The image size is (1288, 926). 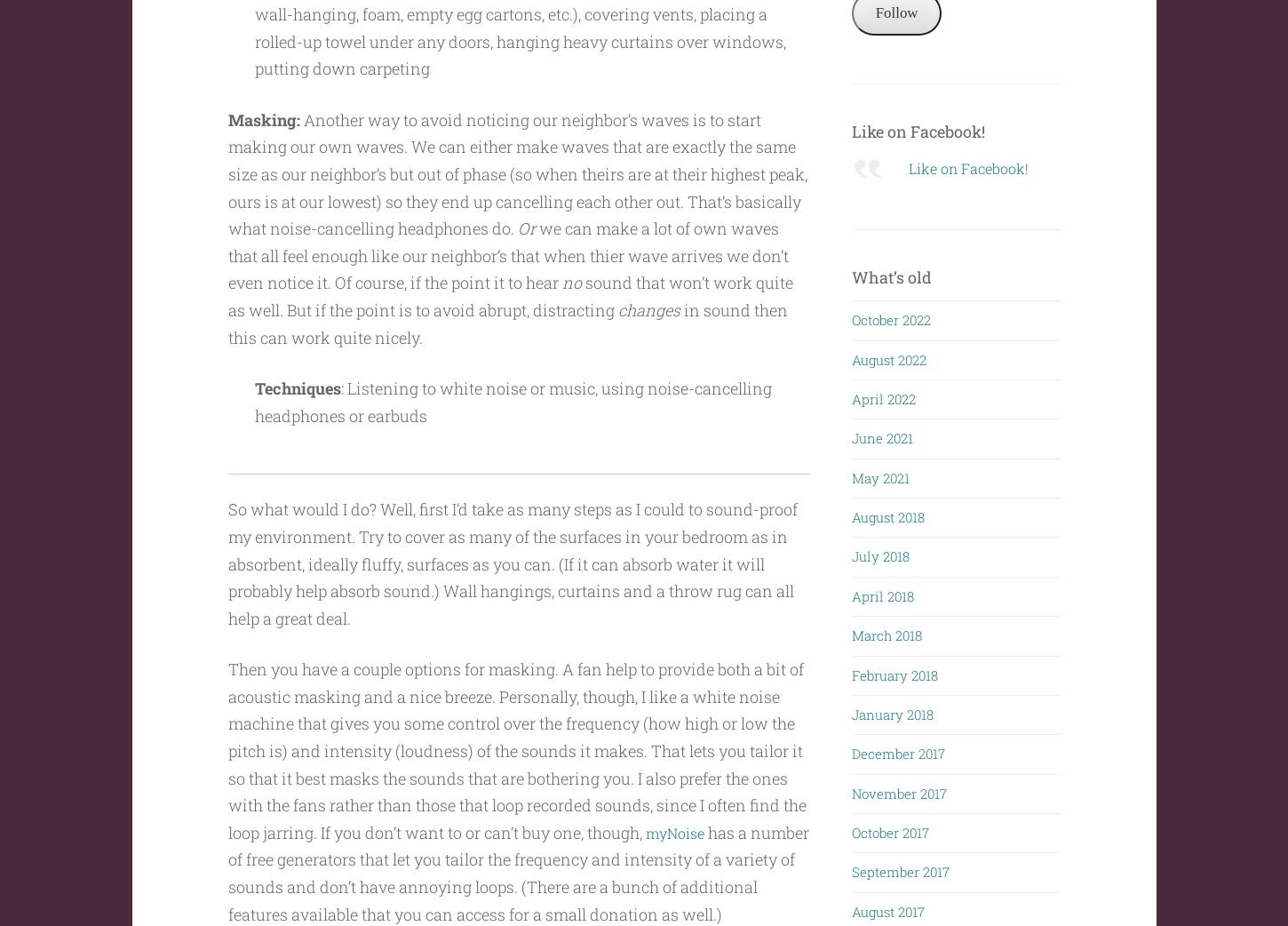 I want to click on 'February 2018', so click(x=894, y=670).